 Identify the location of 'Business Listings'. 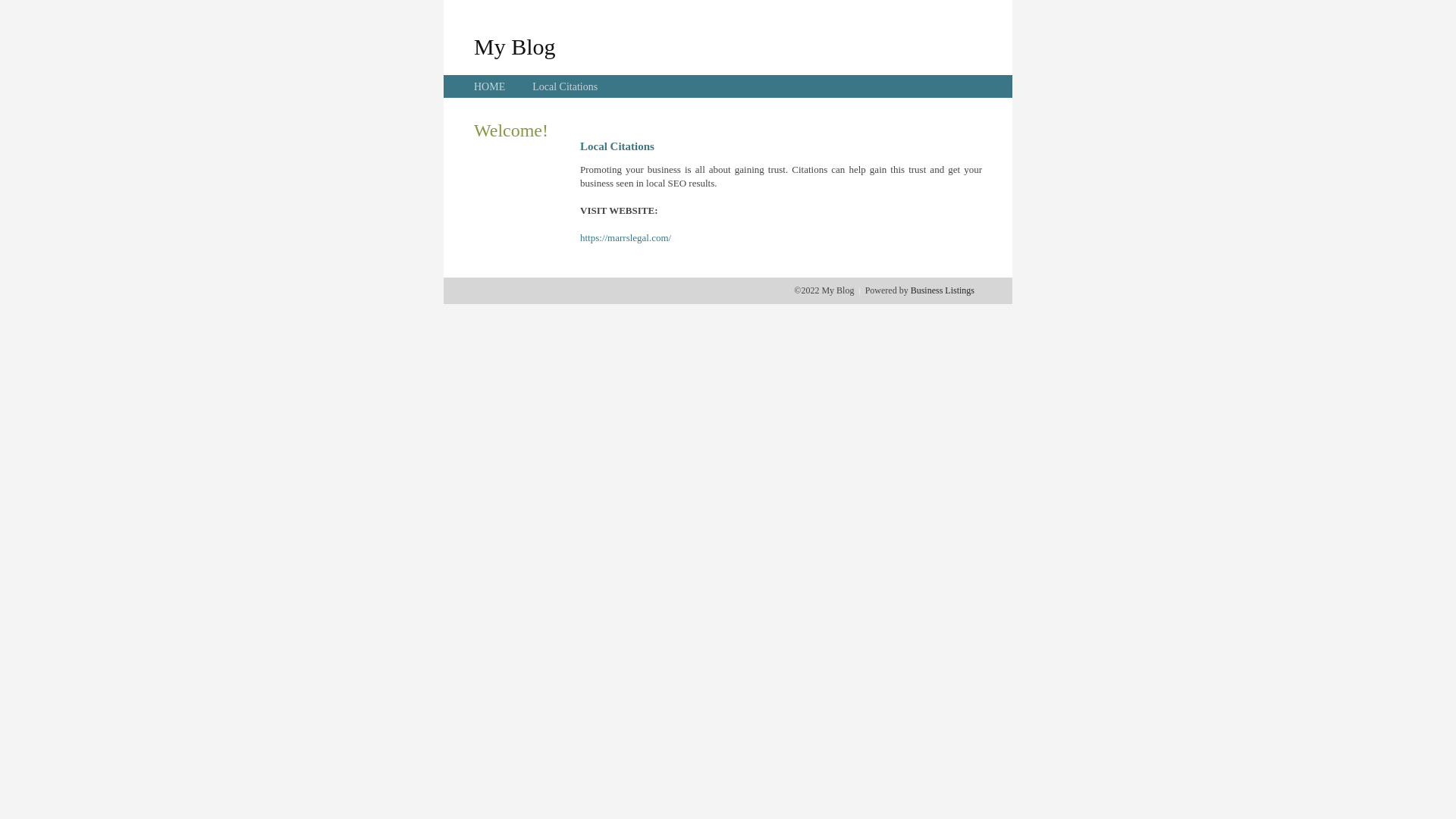
(942, 290).